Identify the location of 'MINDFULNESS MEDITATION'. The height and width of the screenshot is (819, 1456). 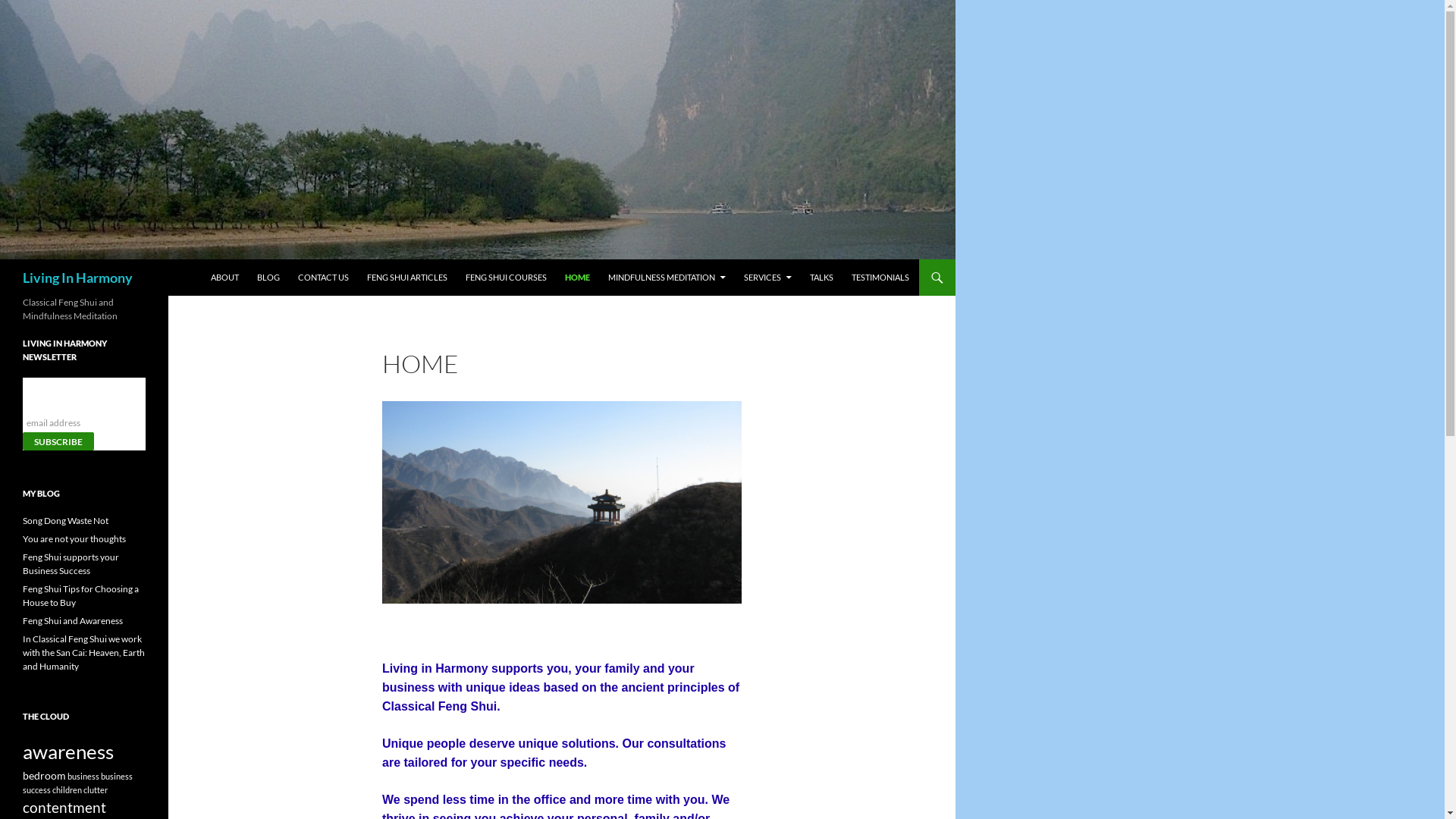
(667, 278).